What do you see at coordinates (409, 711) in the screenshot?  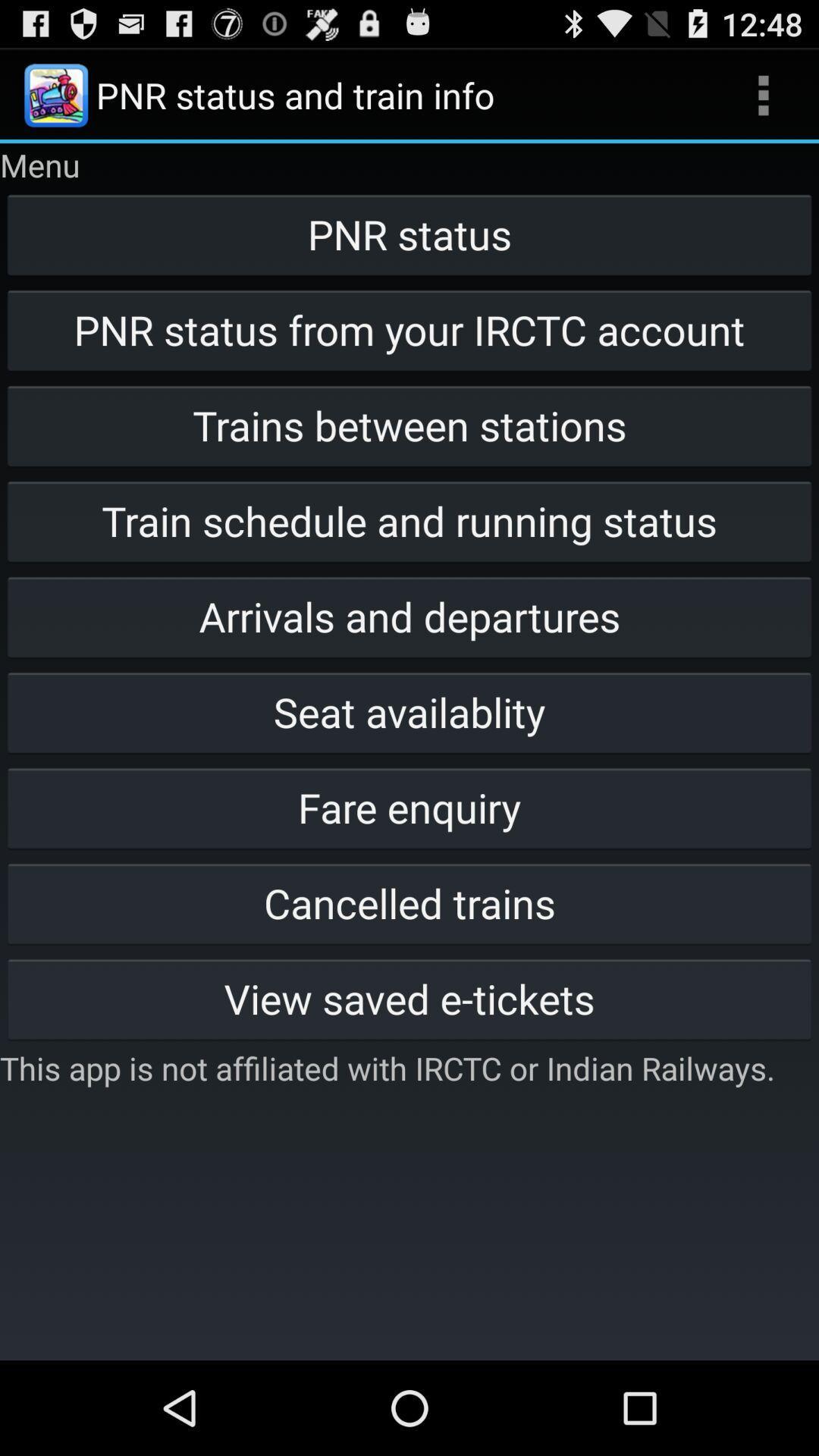 I see `item above the fare enquiry item` at bounding box center [409, 711].